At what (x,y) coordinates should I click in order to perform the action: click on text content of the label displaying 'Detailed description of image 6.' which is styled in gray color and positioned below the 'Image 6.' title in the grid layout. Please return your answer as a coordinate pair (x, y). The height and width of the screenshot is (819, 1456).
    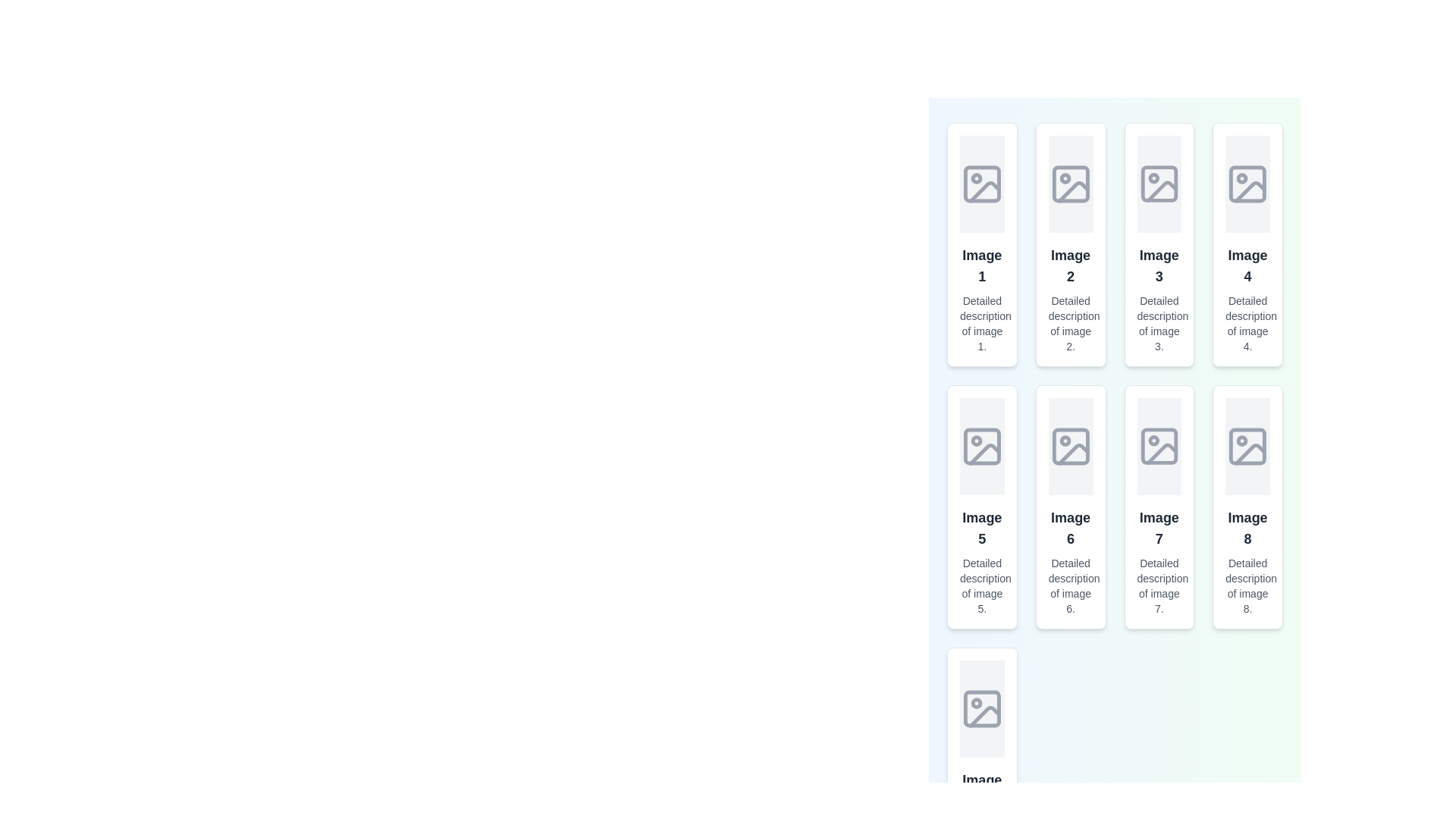
    Looking at the image, I should click on (1070, 585).